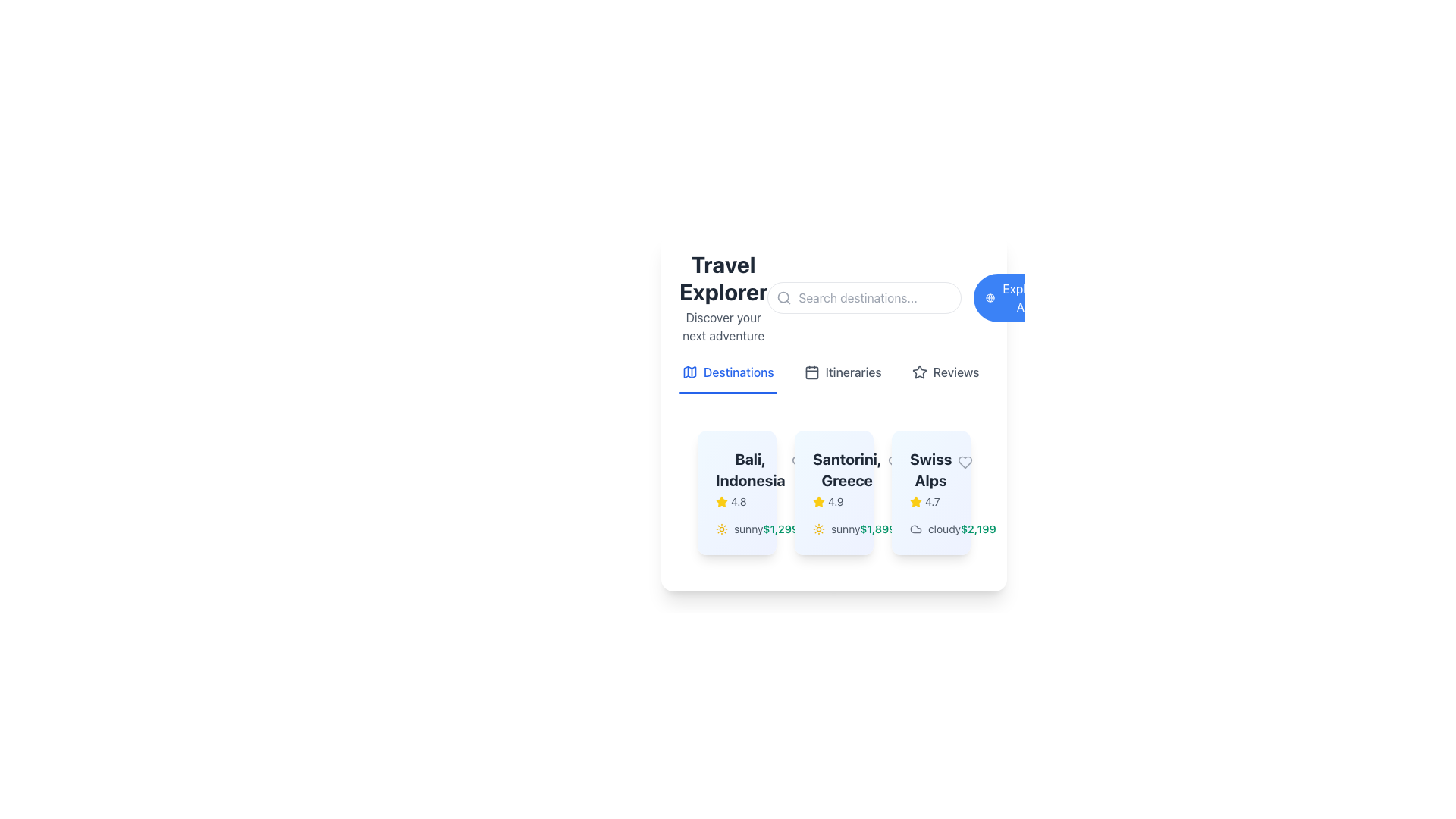 This screenshot has width=1456, height=819. Describe the element at coordinates (836, 529) in the screenshot. I see `the text label displaying the weather condition 'sunny' for Santorini, Greece, located to the left of the price text '$1,899'` at that location.